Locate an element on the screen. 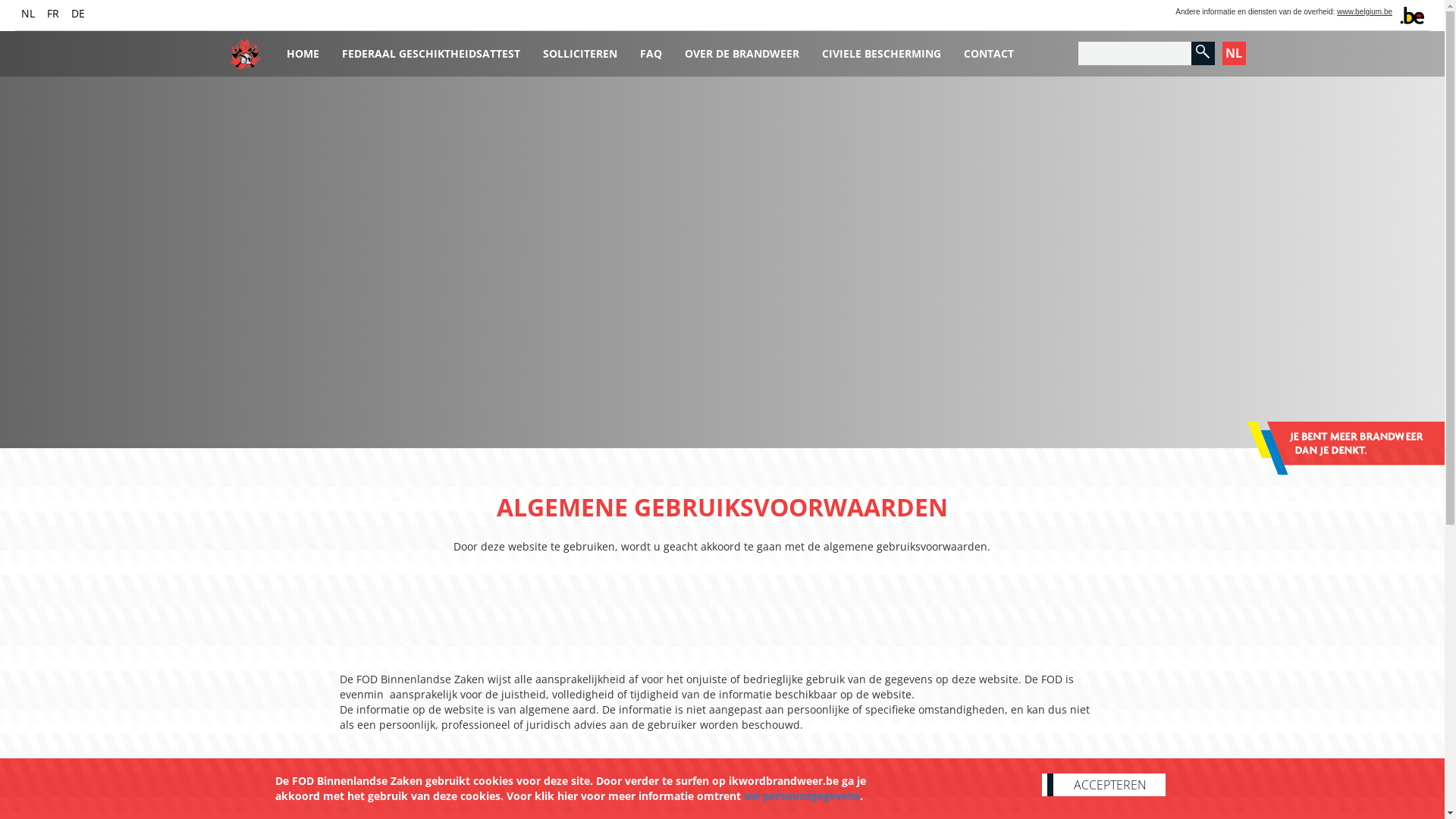  'FEDERAAL GESCHIKTHEIDSATTEST' is located at coordinates (430, 48).